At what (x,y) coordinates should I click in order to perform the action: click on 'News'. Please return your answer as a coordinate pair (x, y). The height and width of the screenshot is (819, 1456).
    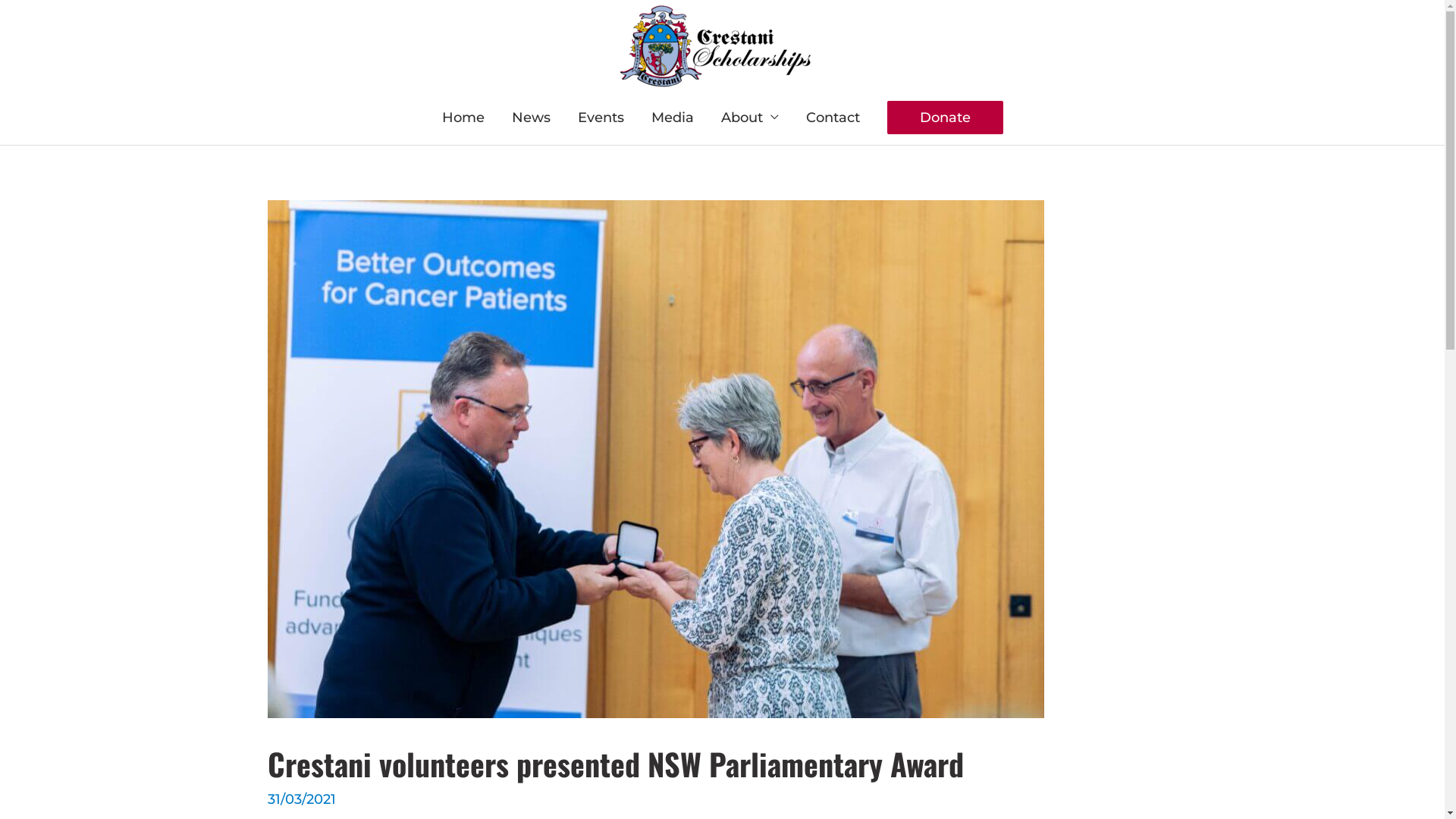
    Looking at the image, I should click on (530, 116).